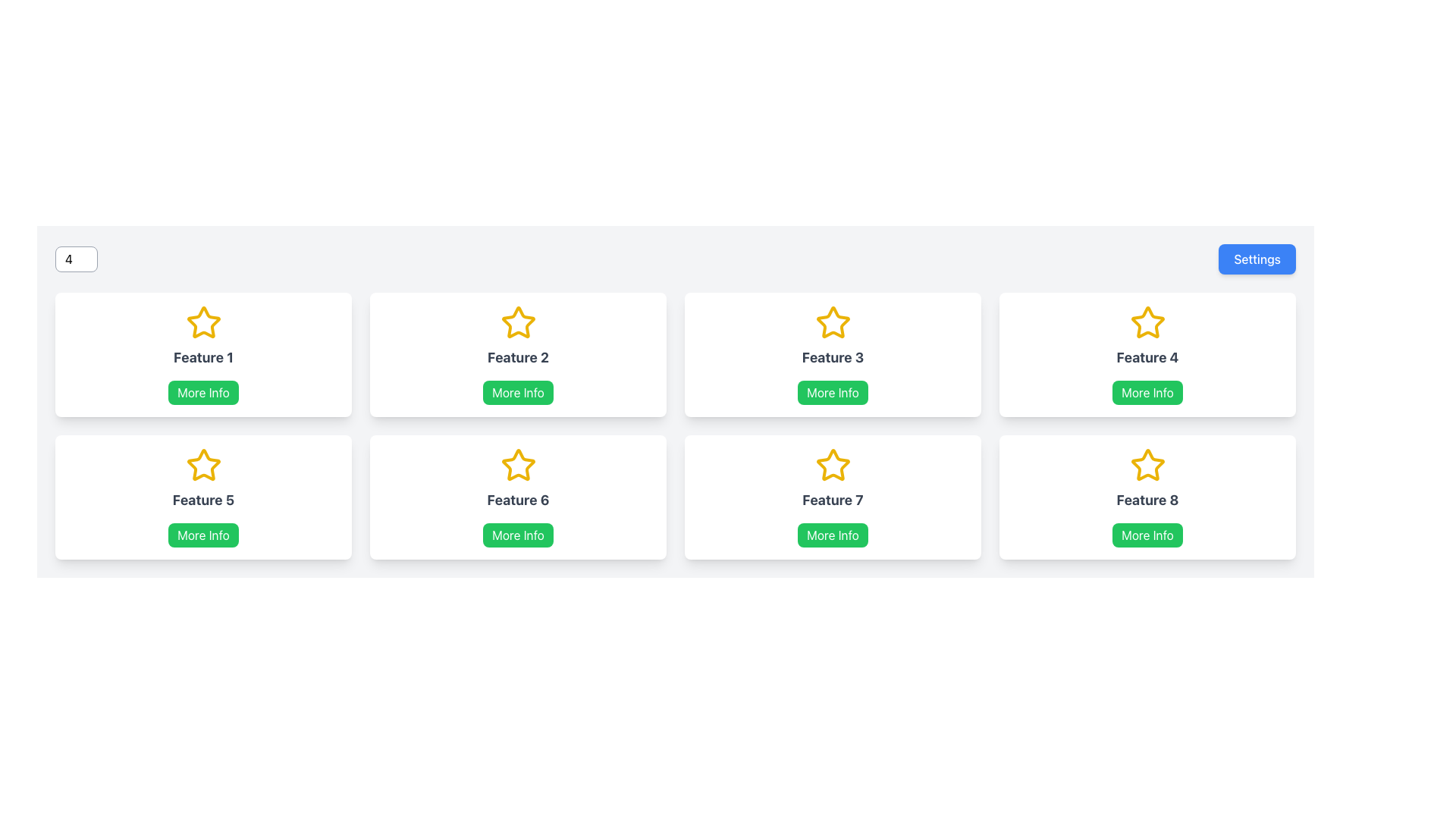 This screenshot has width=1456, height=819. What do you see at coordinates (202, 464) in the screenshot?
I see `the yellow star icon located in the second row, first column of the grid above the text 'Feature 5'` at bounding box center [202, 464].